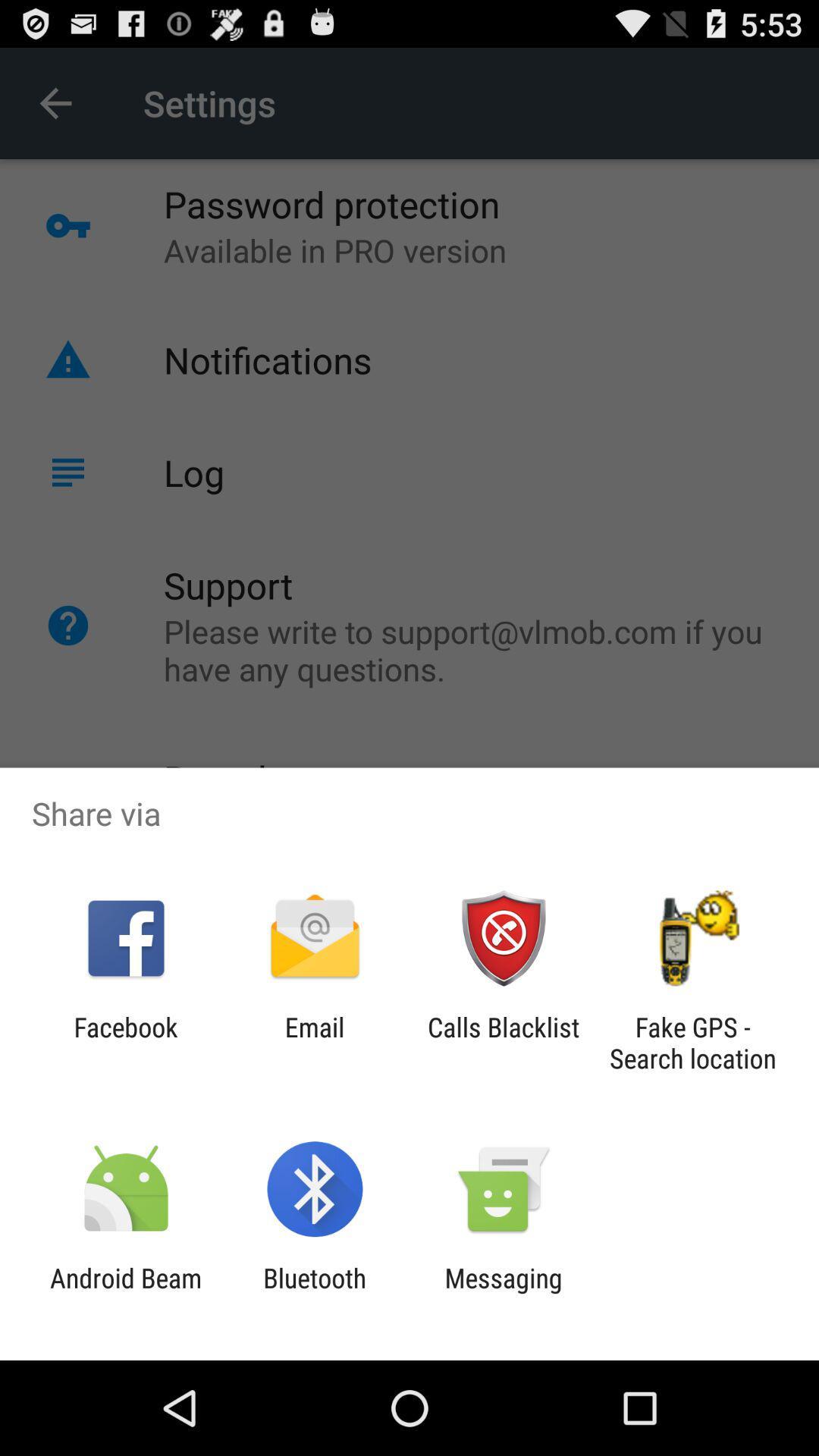 The height and width of the screenshot is (1456, 819). Describe the element at coordinates (314, 1293) in the screenshot. I see `the item next to the messaging app` at that location.